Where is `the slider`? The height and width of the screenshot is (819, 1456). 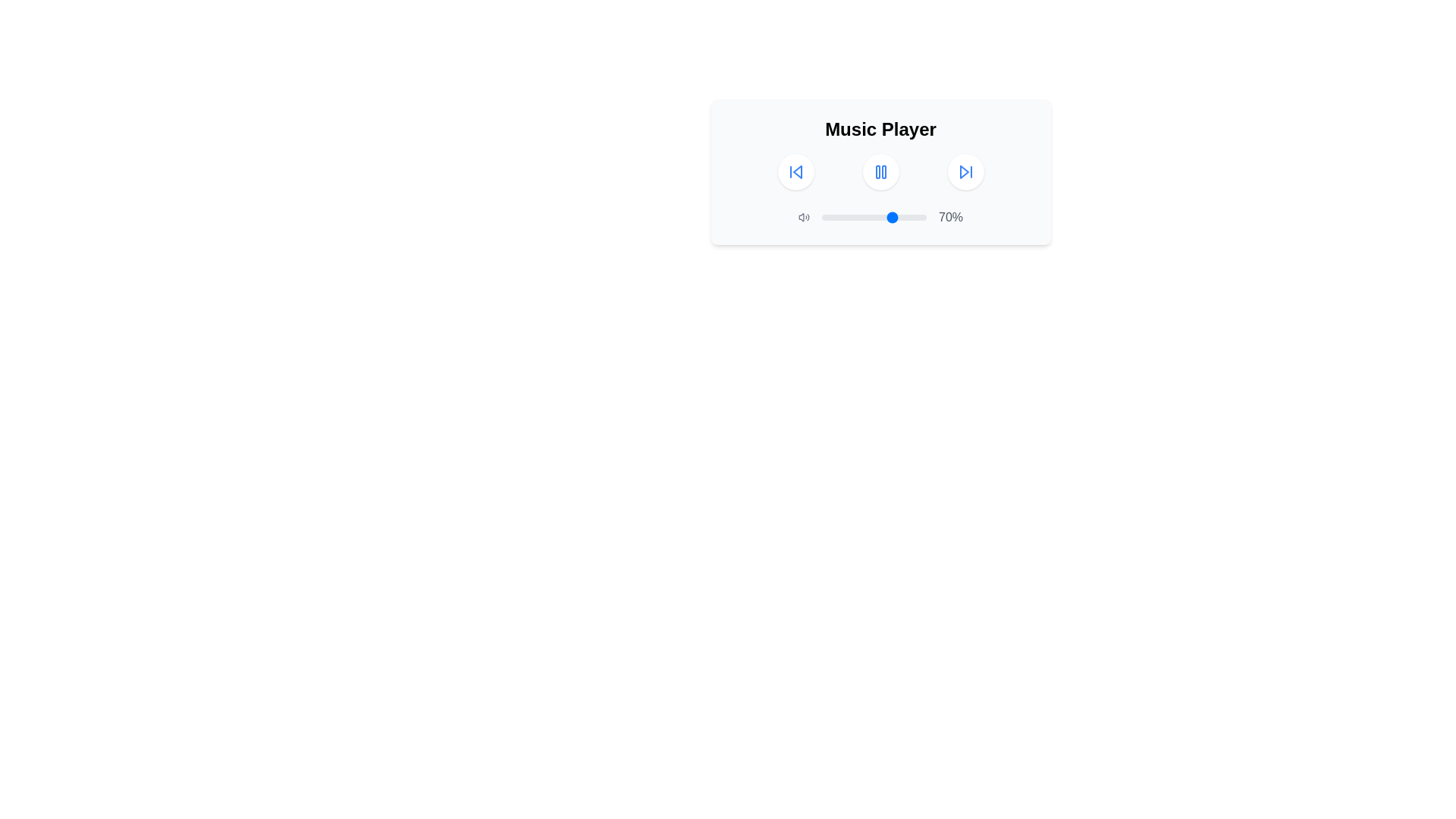
the slider is located at coordinates (838, 217).